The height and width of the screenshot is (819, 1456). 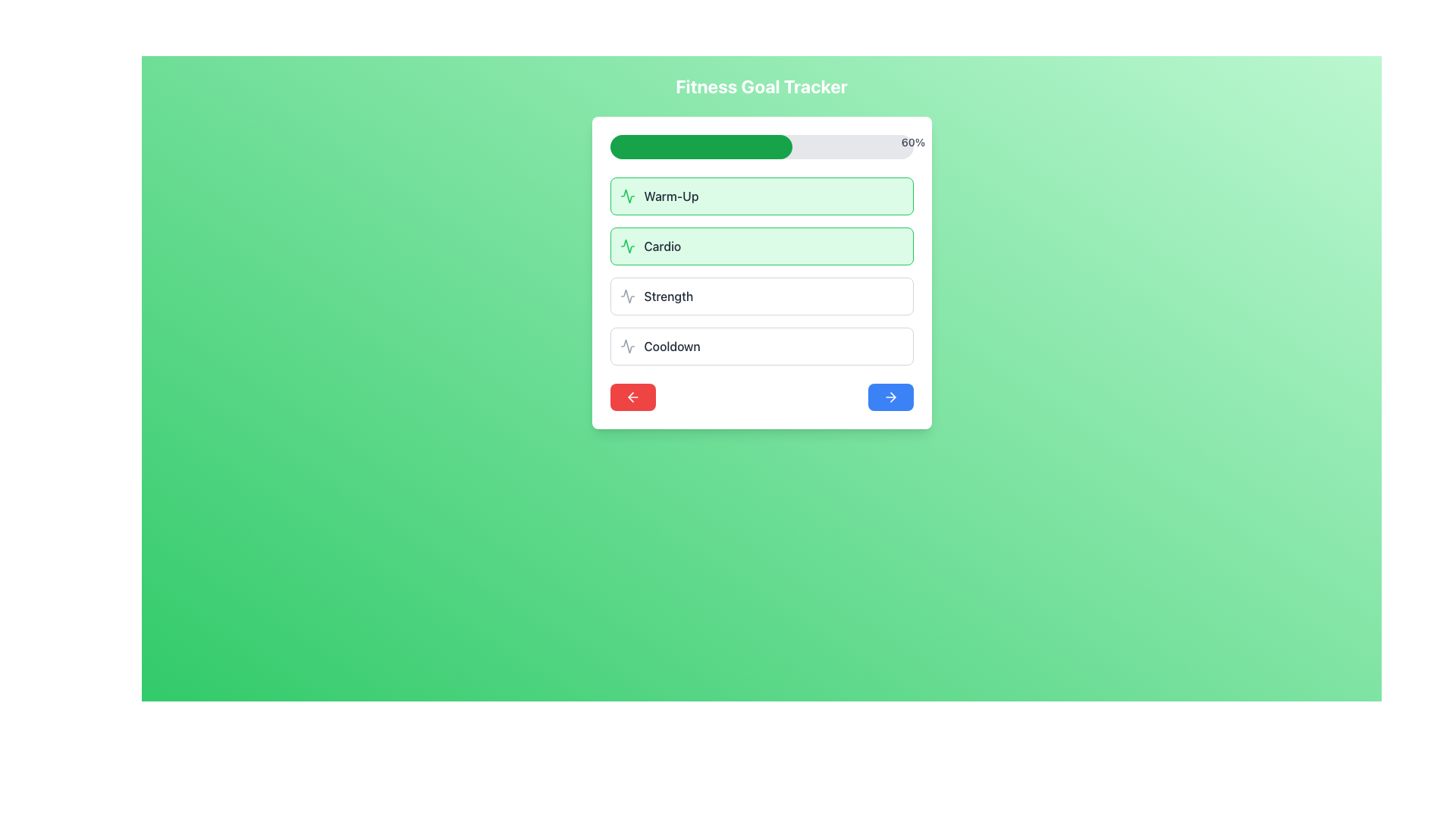 I want to click on the back navigation icon located at the left-hand side of the UI, which serves as a graphical representation for backward navigation, so click(x=630, y=397).